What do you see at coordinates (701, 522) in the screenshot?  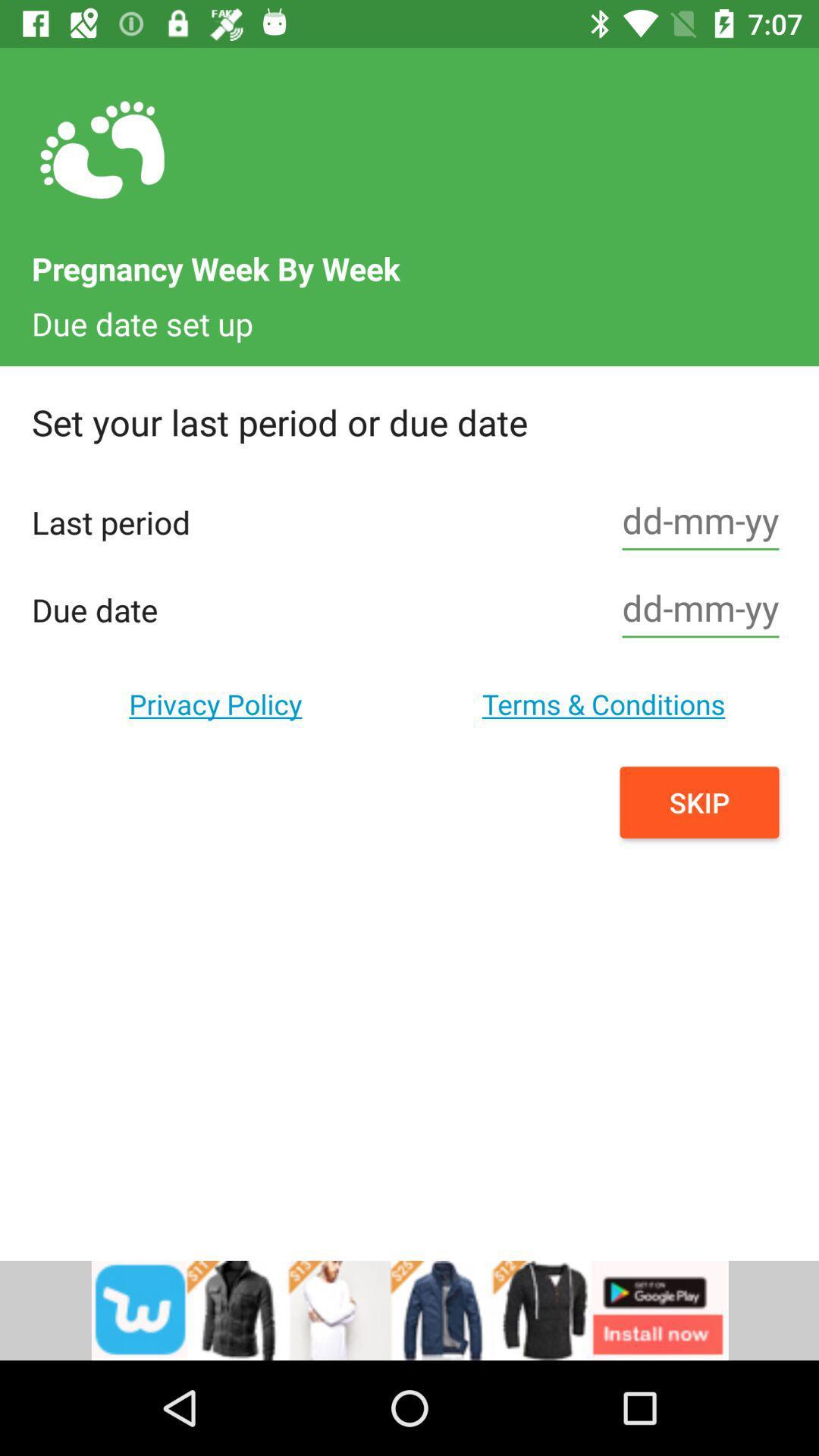 I see `date field` at bounding box center [701, 522].